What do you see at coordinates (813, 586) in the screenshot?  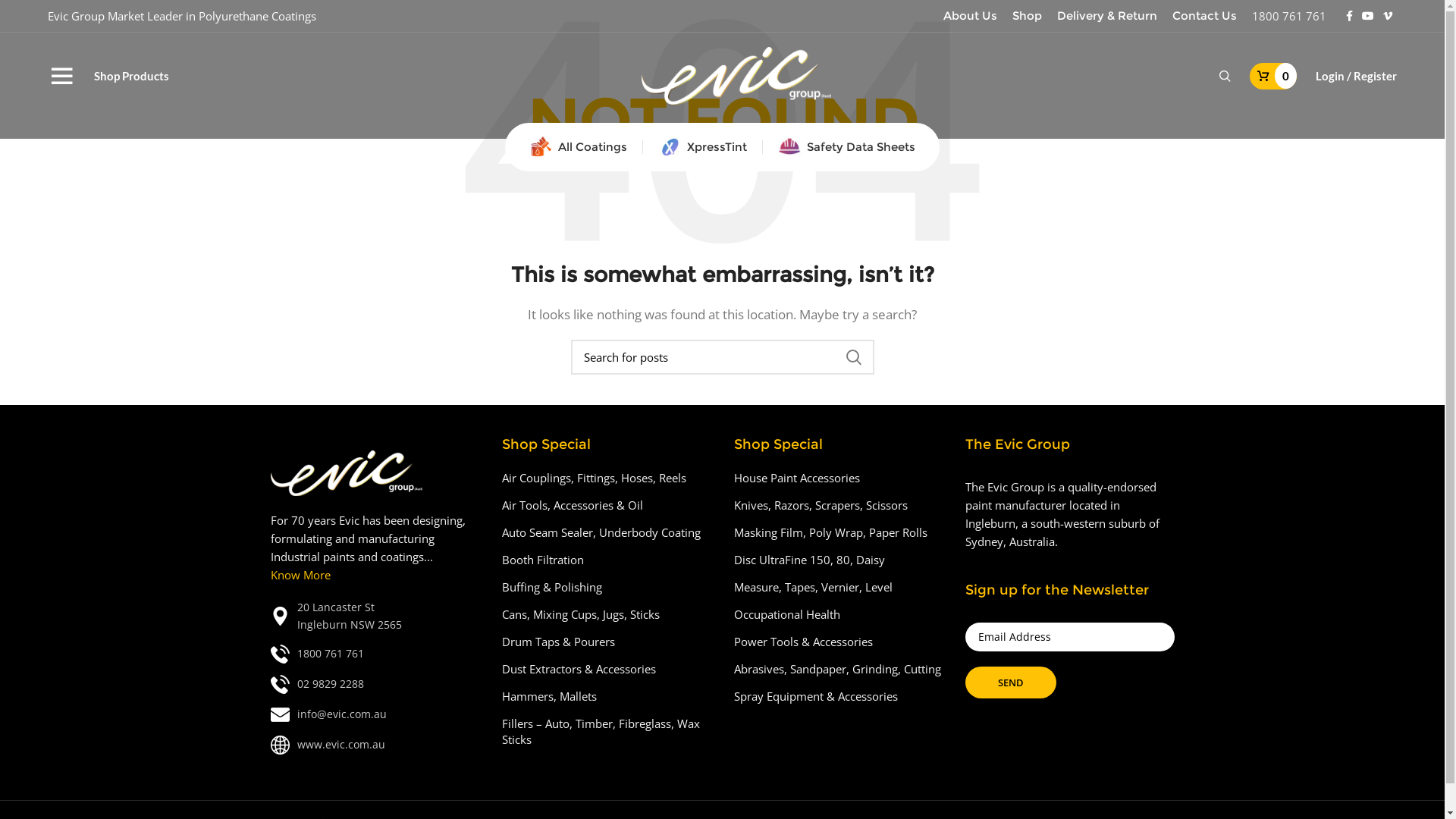 I see `'Measure, Tapes, Vernier, Level'` at bounding box center [813, 586].